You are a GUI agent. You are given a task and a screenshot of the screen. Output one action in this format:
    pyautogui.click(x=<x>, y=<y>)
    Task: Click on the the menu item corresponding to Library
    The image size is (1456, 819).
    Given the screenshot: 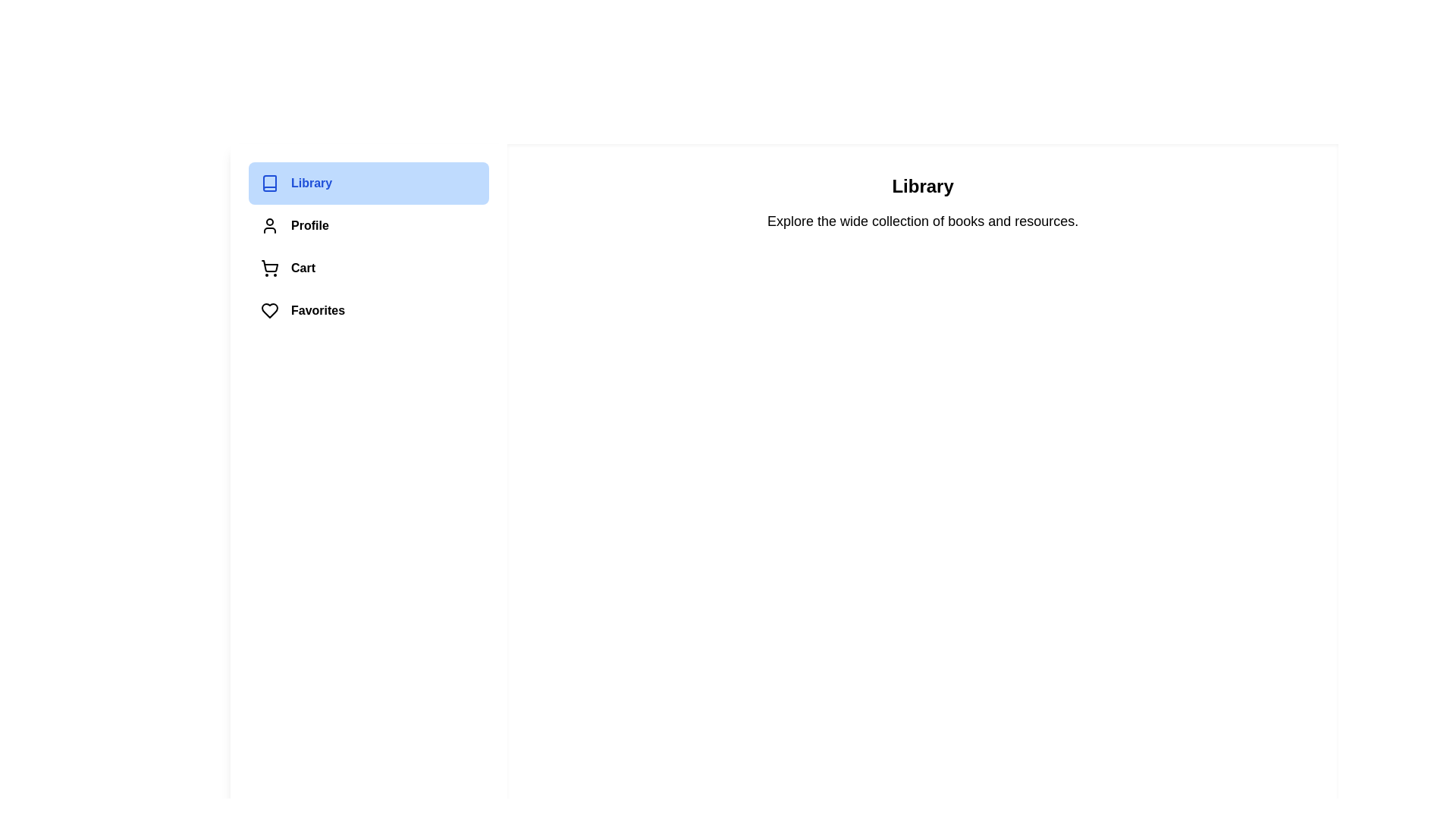 What is the action you would take?
    pyautogui.click(x=369, y=183)
    